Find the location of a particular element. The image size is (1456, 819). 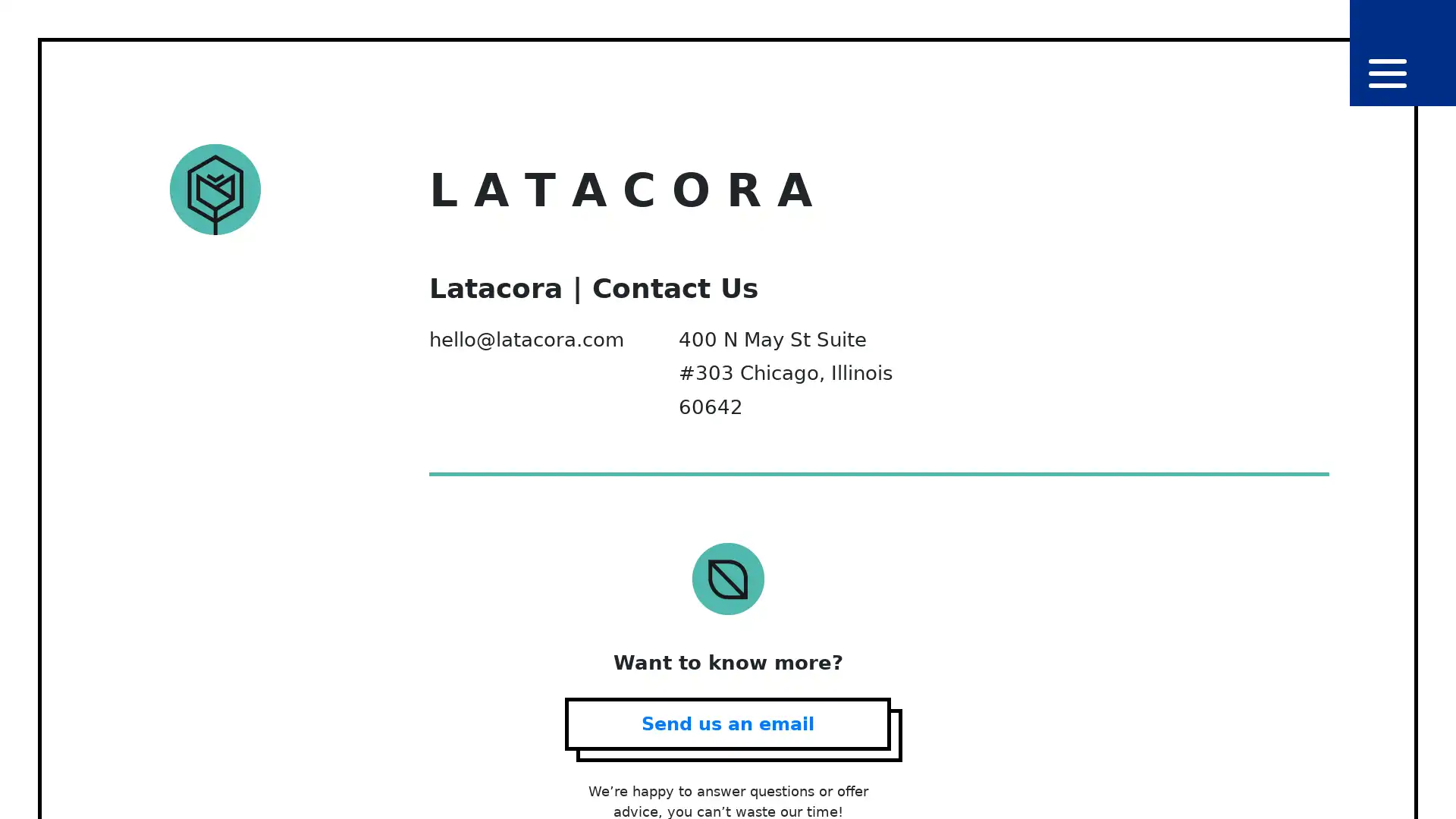

Send us an email is located at coordinates (728, 722).